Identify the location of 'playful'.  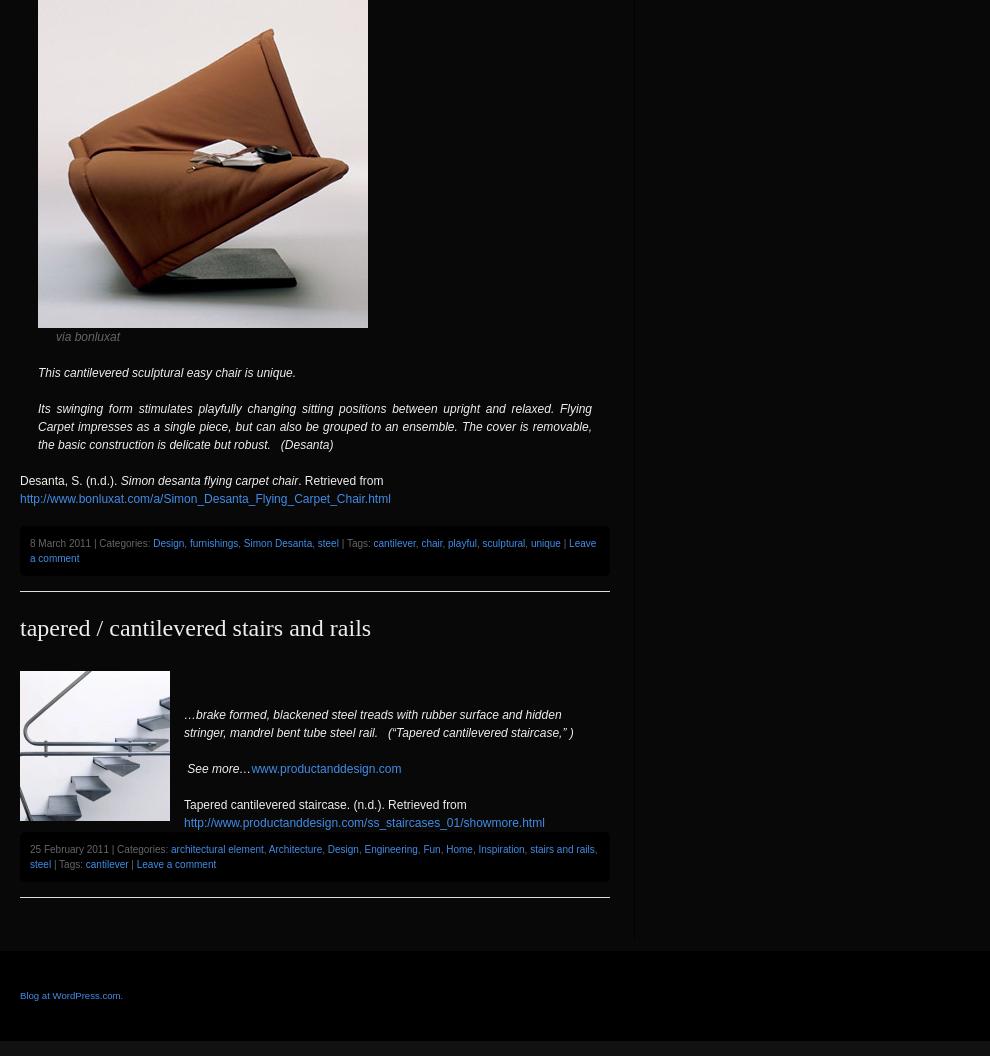
(447, 542).